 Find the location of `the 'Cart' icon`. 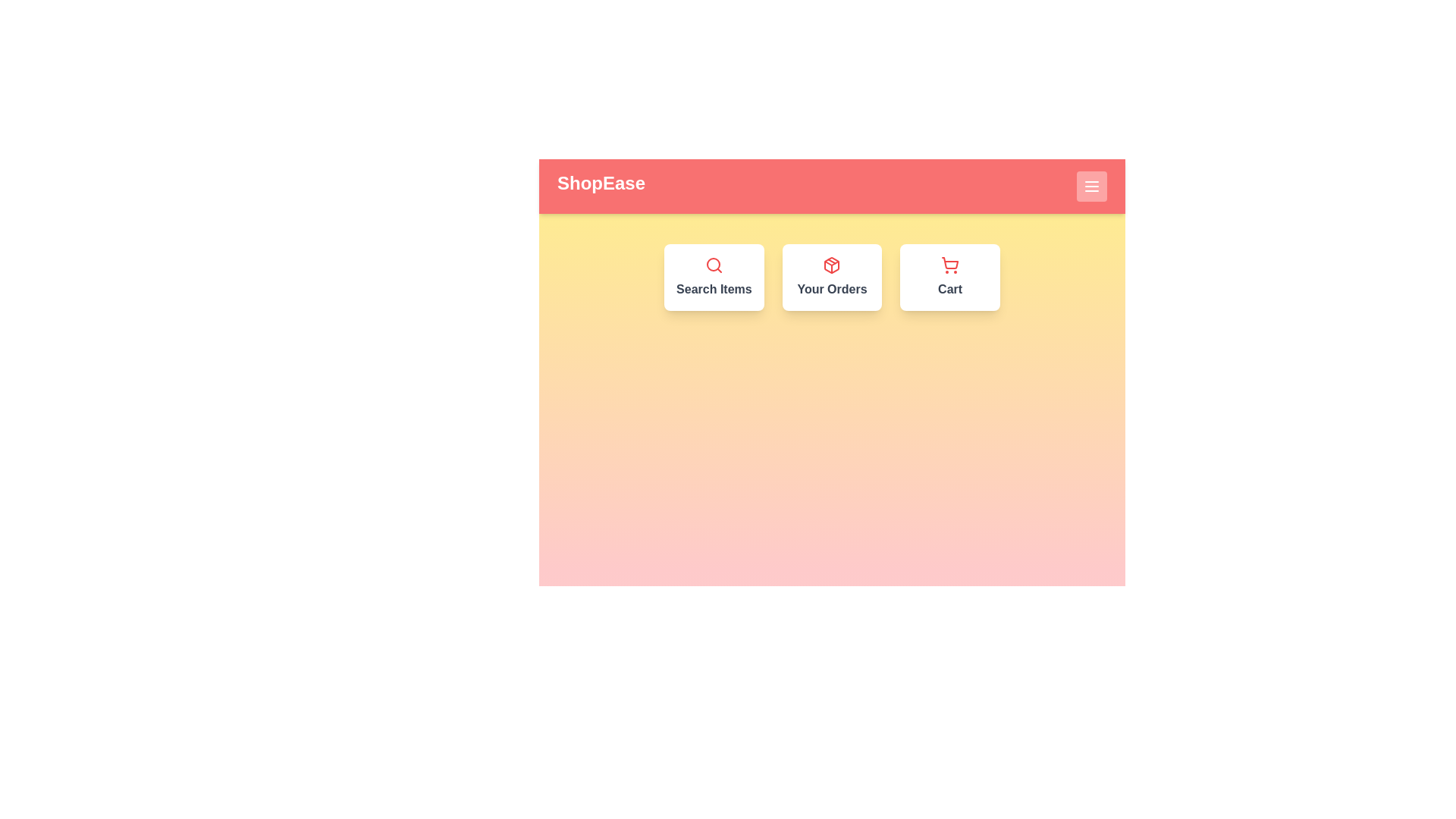

the 'Cart' icon is located at coordinates (949, 278).